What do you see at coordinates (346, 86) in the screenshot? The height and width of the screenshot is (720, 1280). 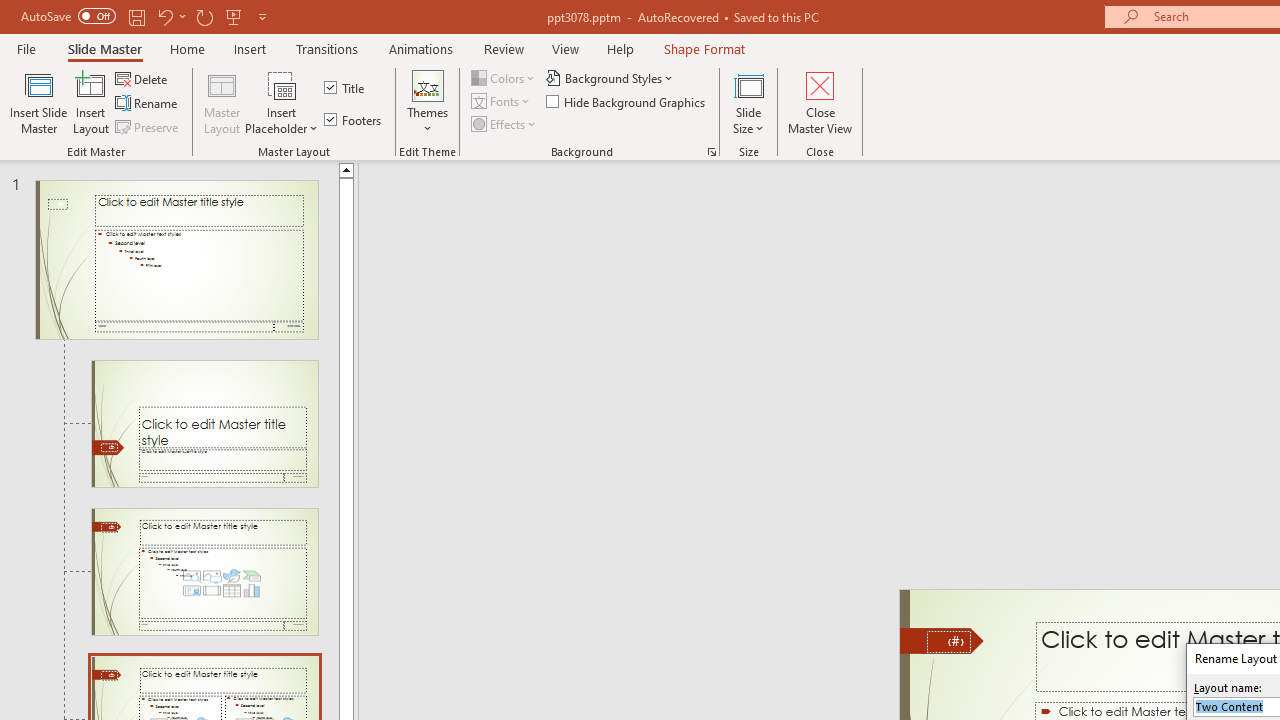 I see `'Title'` at bounding box center [346, 86].